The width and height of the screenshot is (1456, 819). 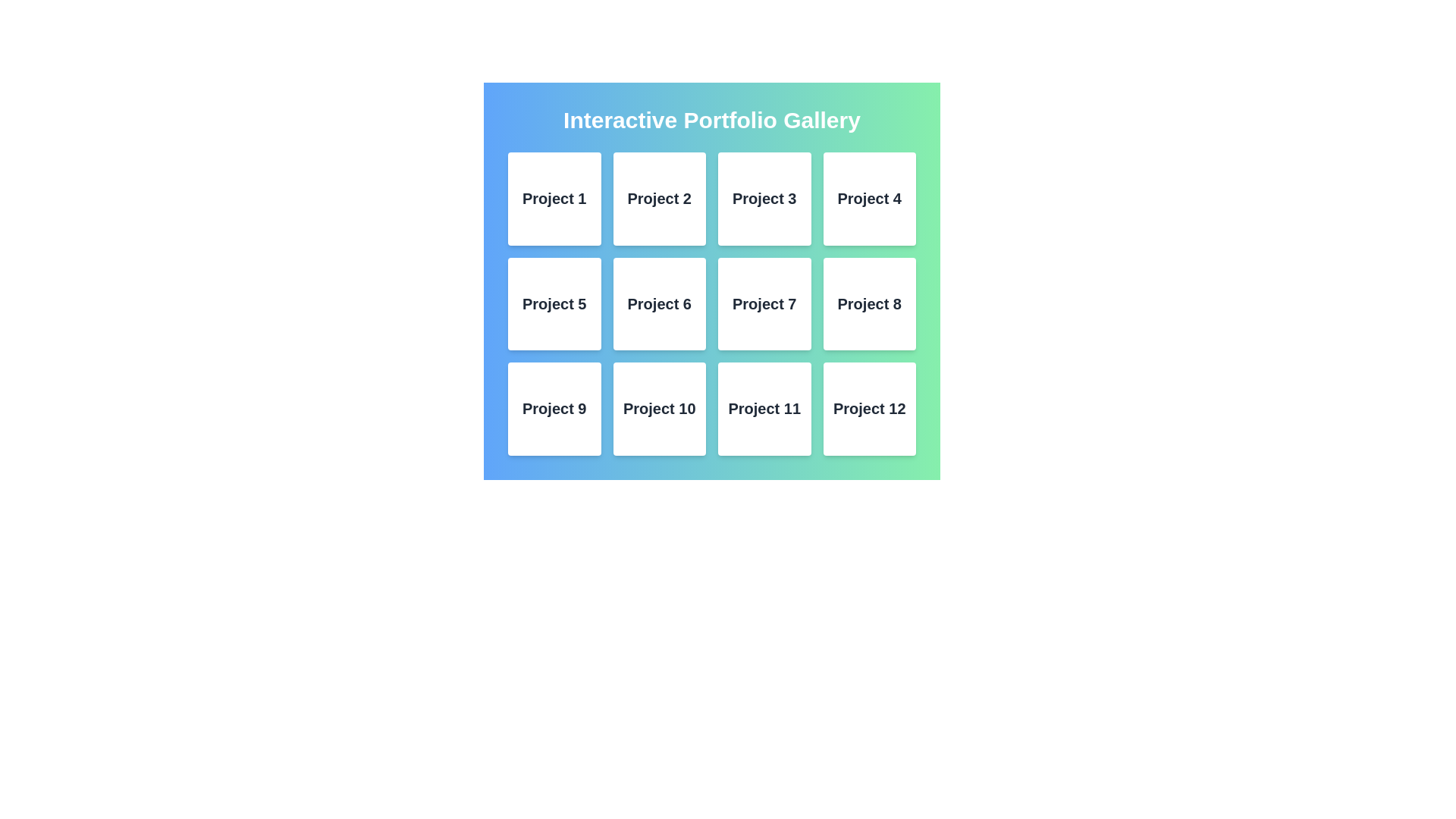 I want to click on the 'Project 2' label card, which is a white rectangular card with rounded corners displaying the label in bold dark text, located in the first row and second column of the project grid layout, so click(x=659, y=198).